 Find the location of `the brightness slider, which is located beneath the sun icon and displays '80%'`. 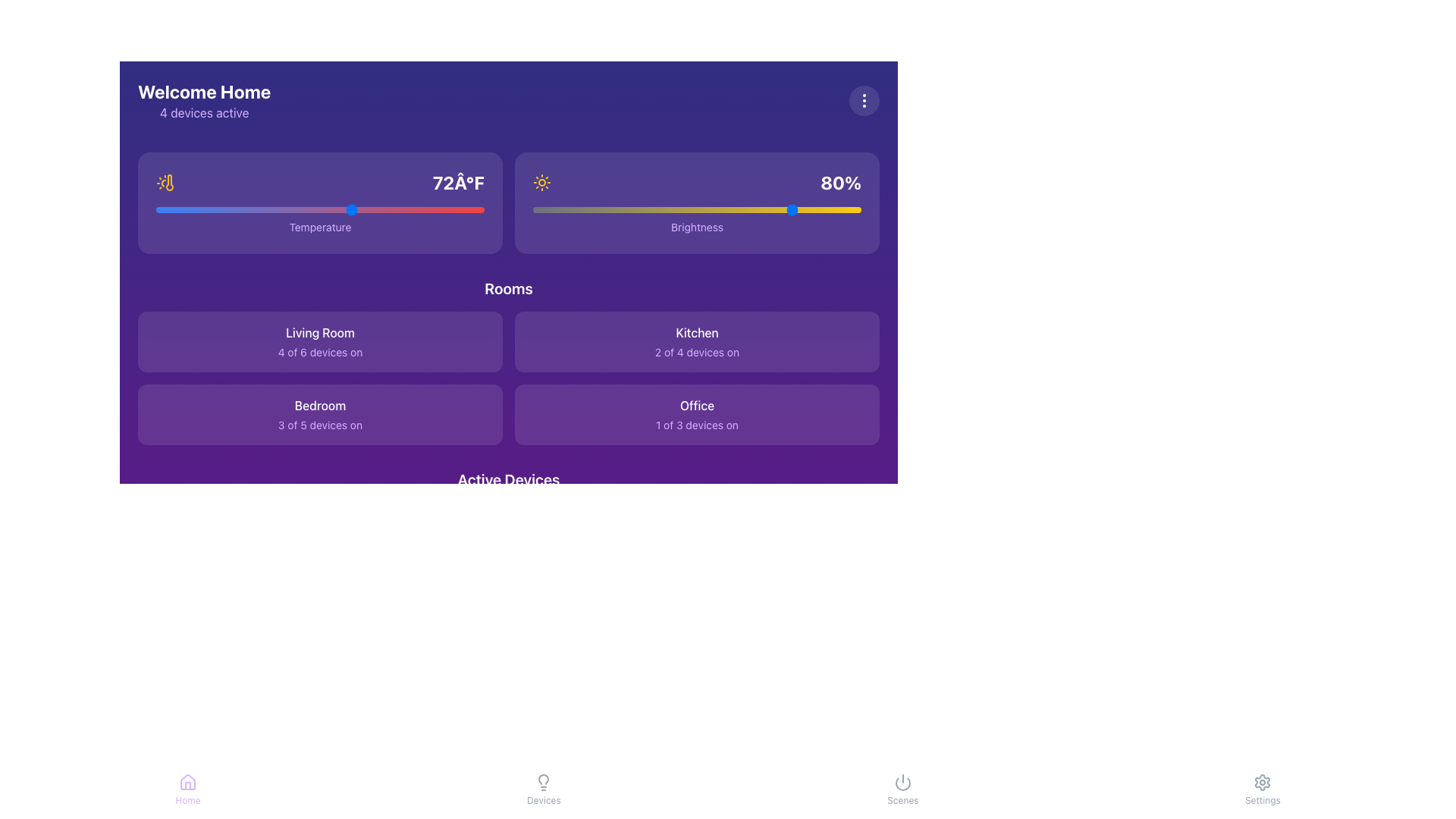

the brightness slider, which is located beneath the sun icon and displays '80%' is located at coordinates (696, 210).